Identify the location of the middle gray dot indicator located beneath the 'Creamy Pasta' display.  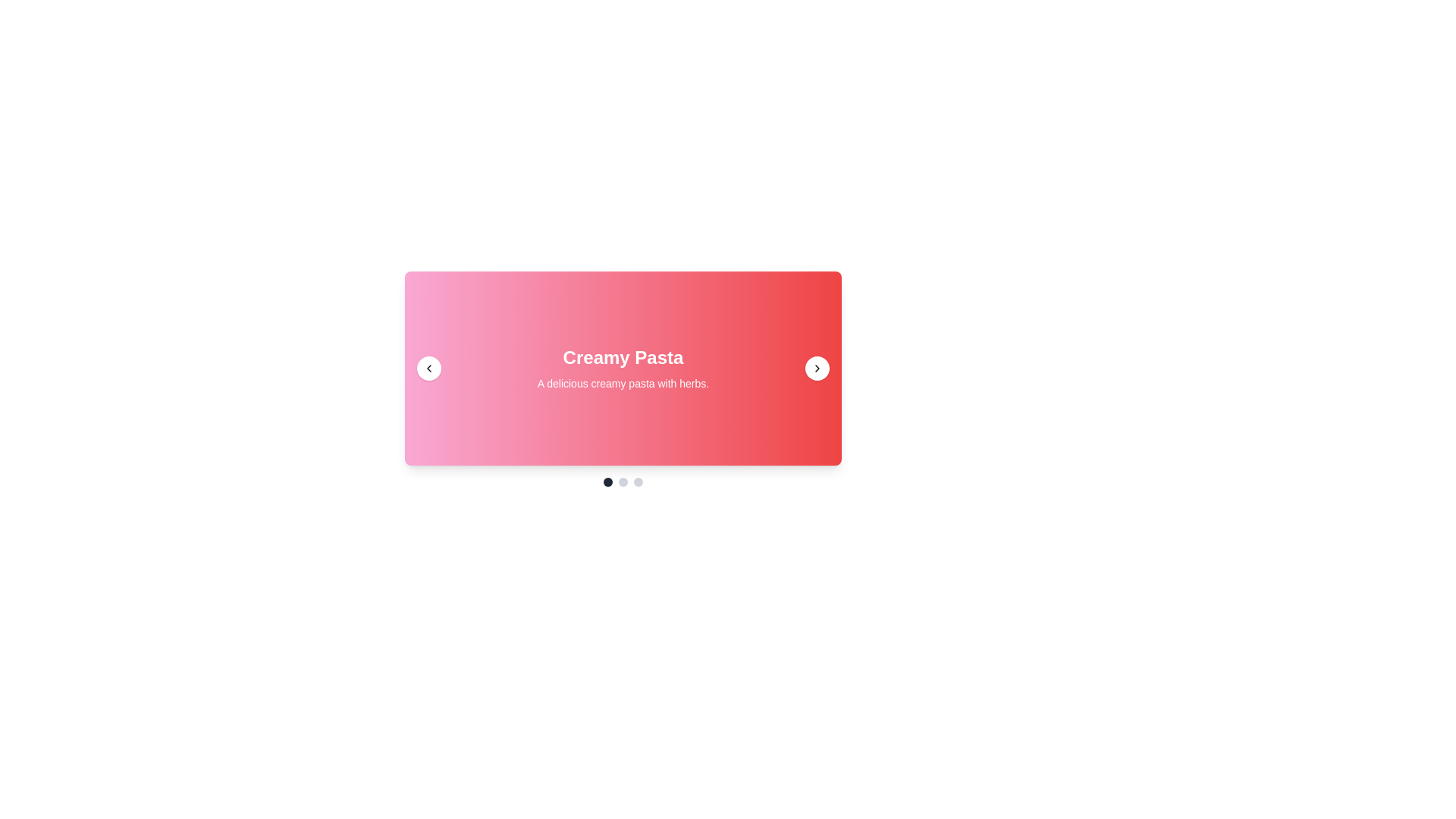
(623, 482).